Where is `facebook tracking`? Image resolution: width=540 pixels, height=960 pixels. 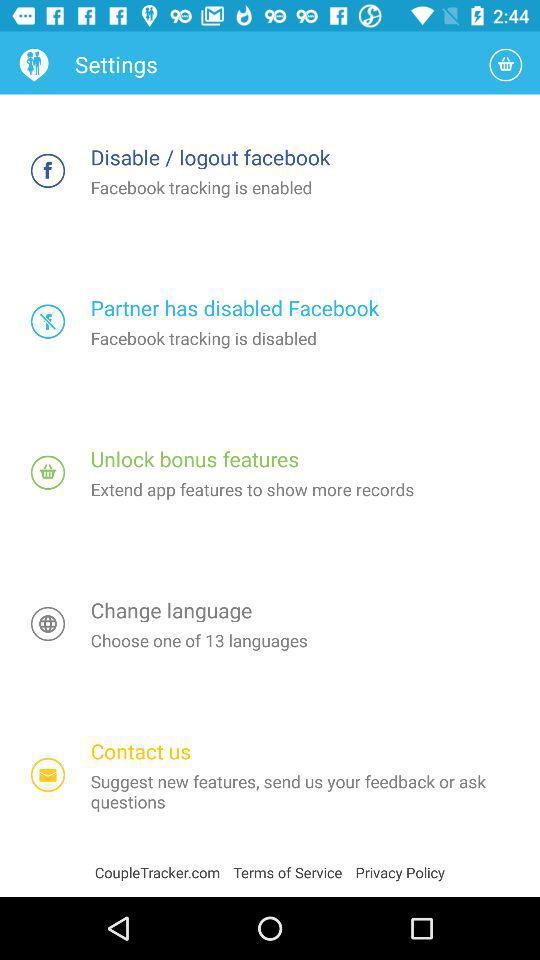
facebook tracking is located at coordinates (48, 169).